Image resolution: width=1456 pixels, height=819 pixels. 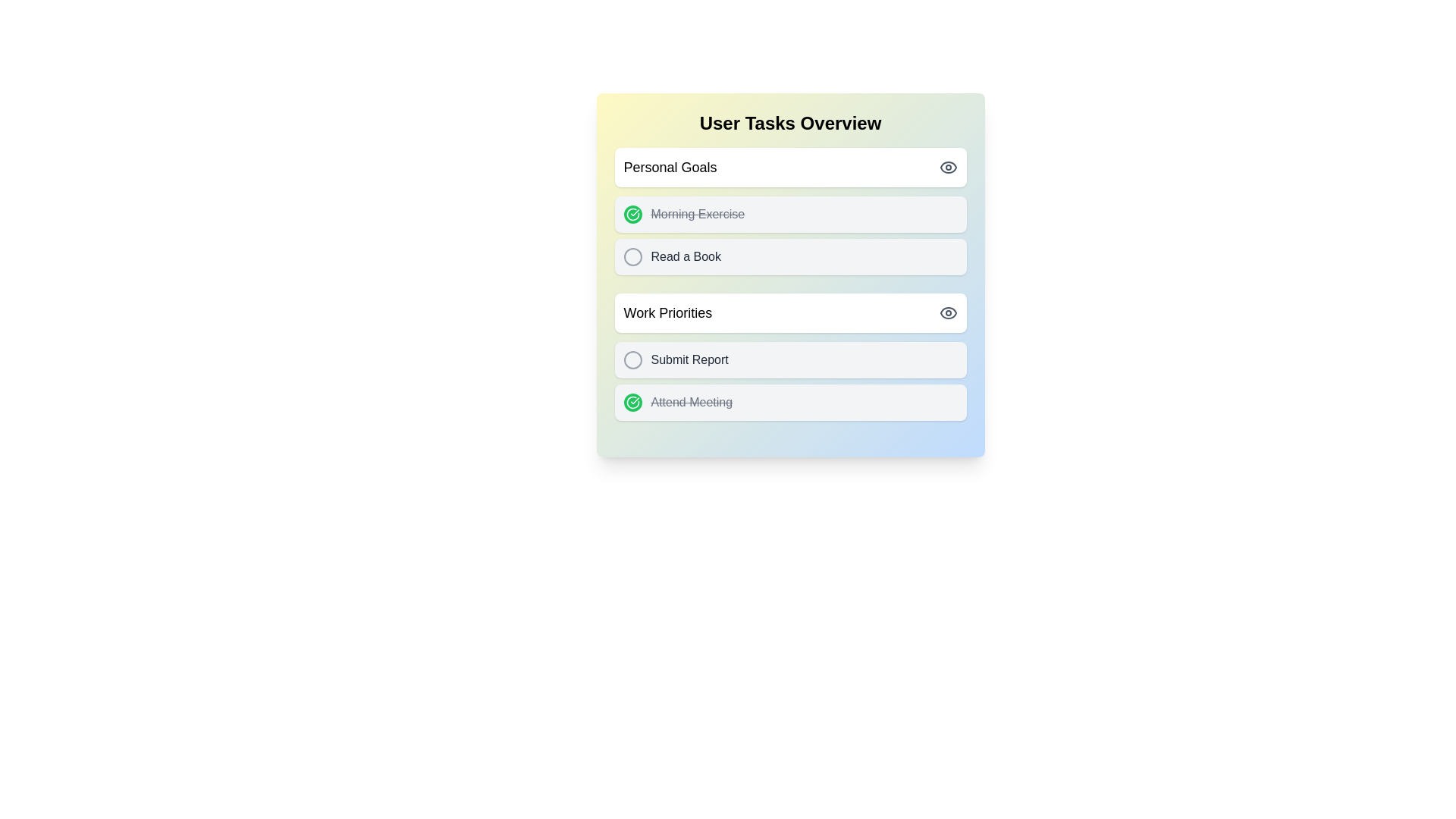 I want to click on the 'Personal Goals' Category Header with Icon, so click(x=789, y=167).